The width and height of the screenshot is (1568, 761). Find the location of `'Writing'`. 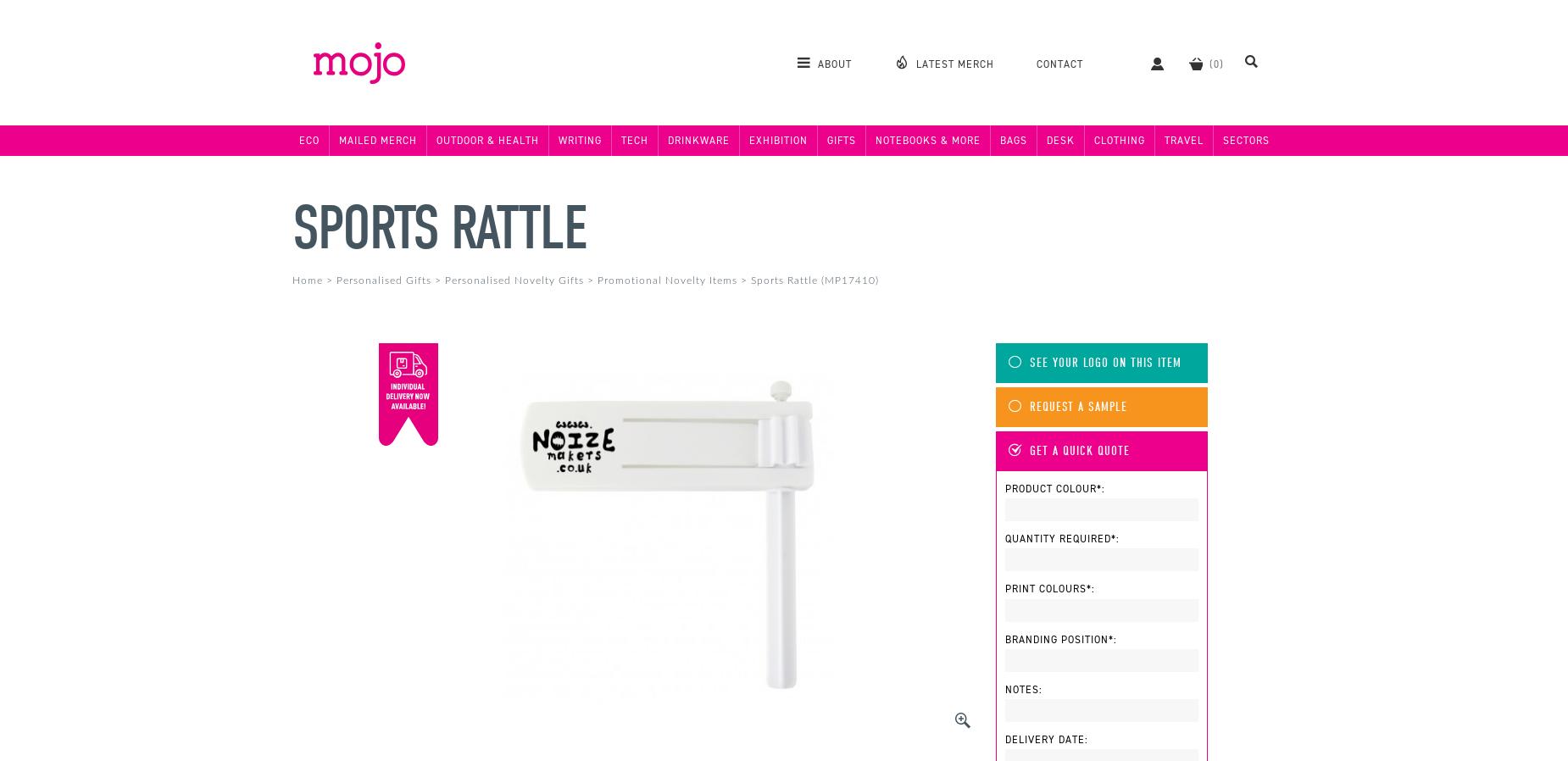

'Writing' is located at coordinates (579, 140).